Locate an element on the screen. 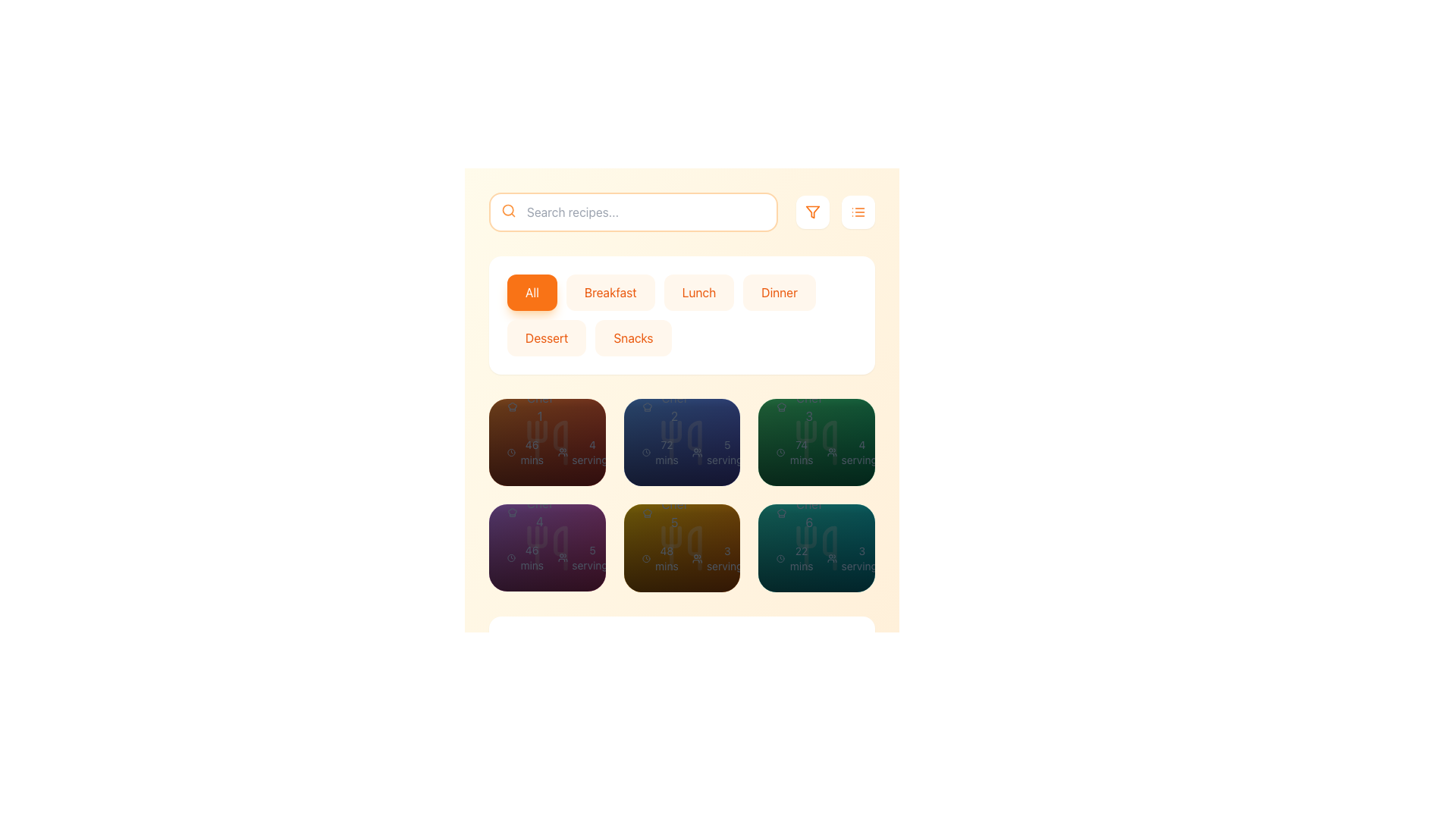 This screenshot has height=819, width=1456. the circular graphical element that visually represents the outer boundary of the clock icon situated in the second column of the second row of the grid layout is located at coordinates (646, 452).